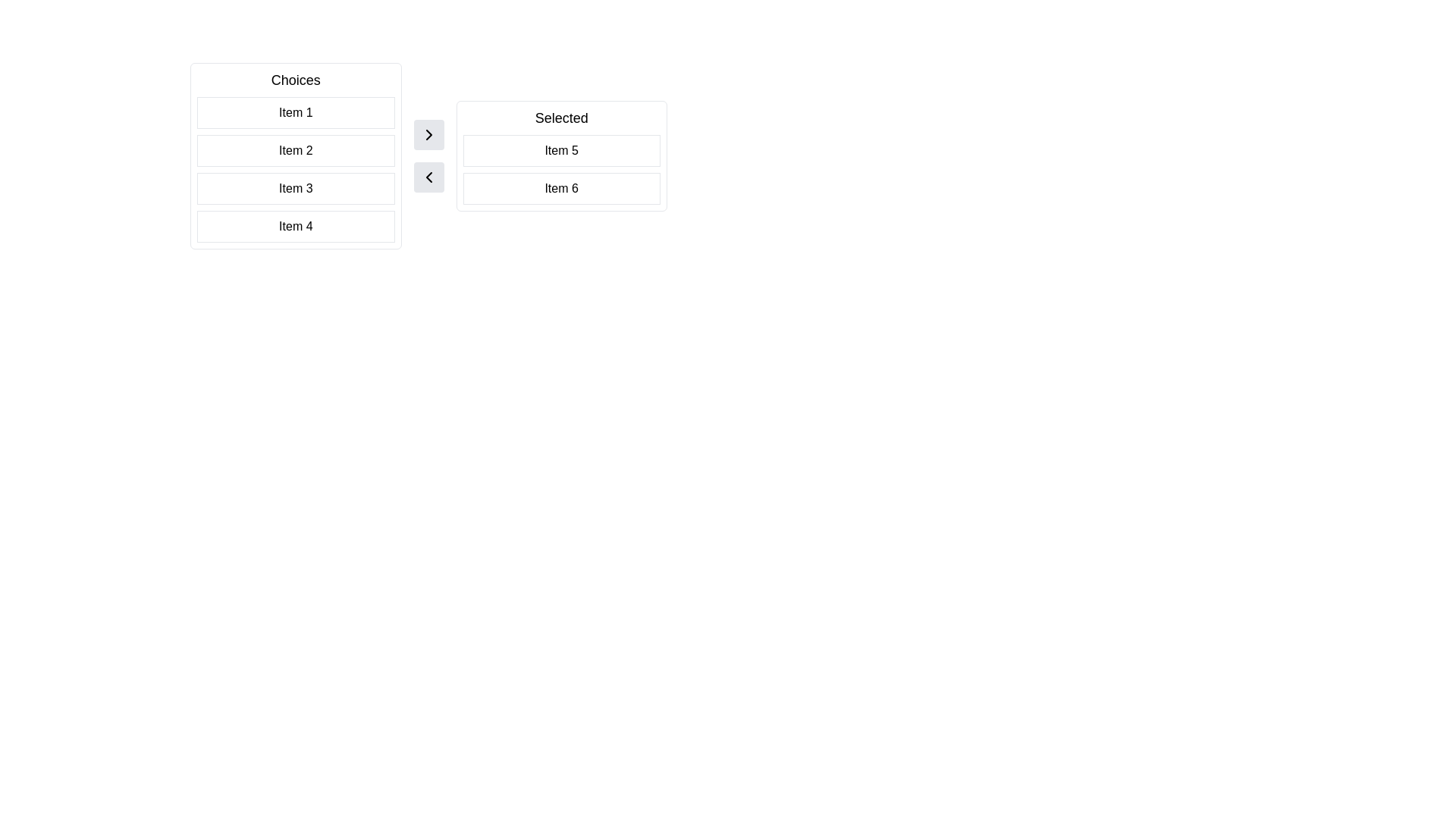  I want to click on the second selectable item in the 'Choices' list, so click(296, 151).